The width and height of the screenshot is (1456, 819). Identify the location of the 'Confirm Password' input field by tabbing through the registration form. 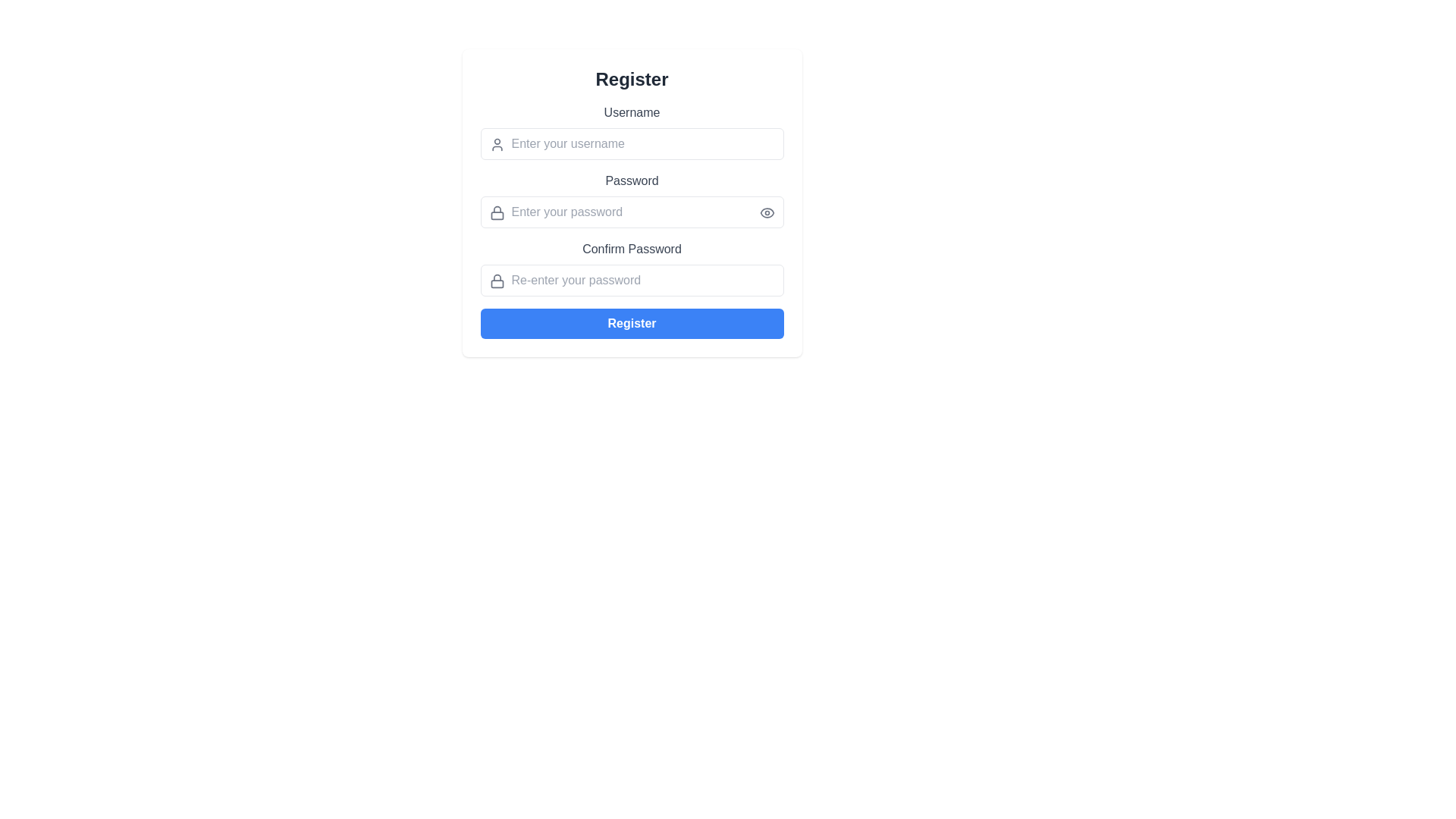
(632, 268).